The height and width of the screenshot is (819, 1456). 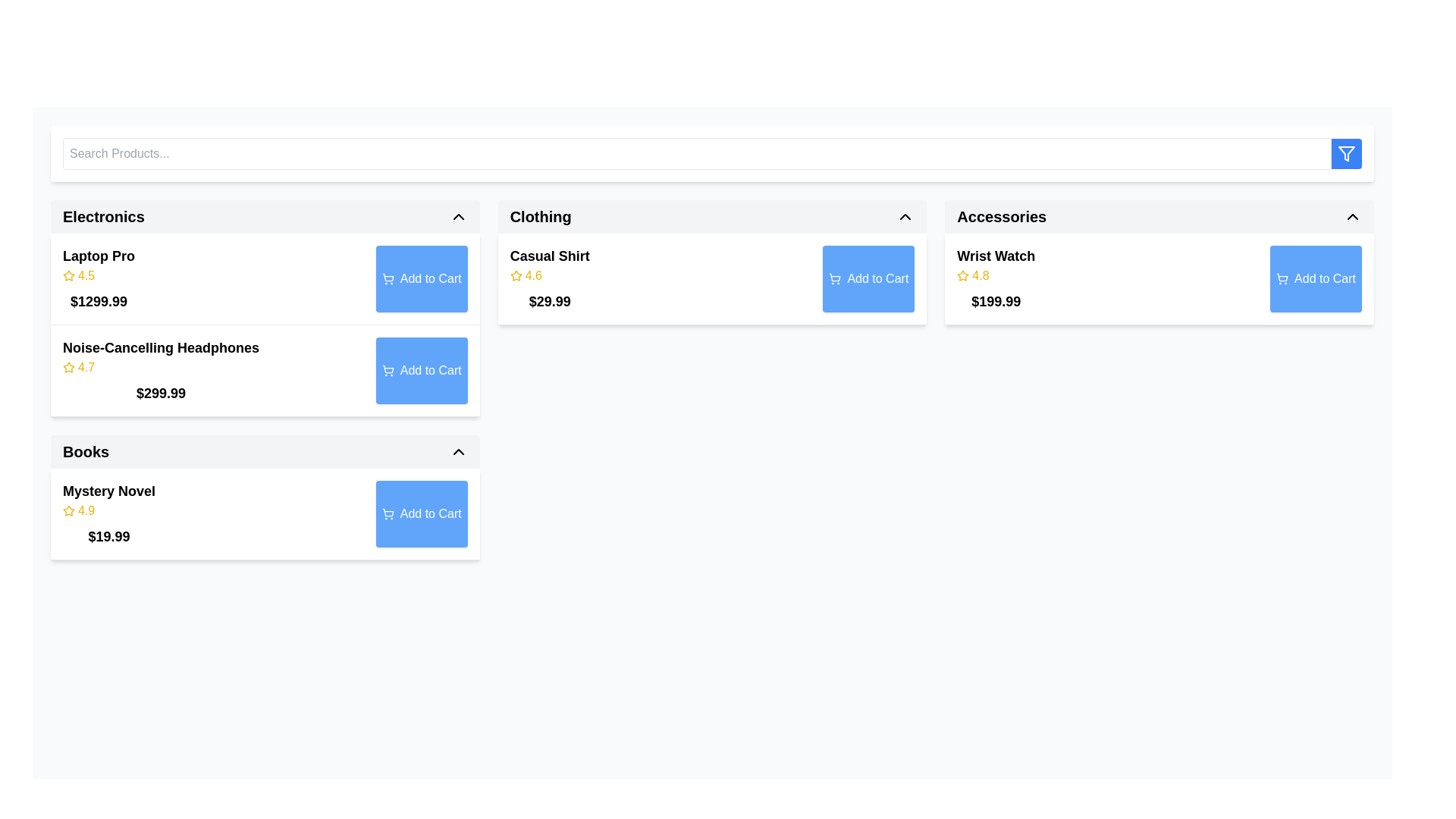 What do you see at coordinates (388, 369) in the screenshot?
I see `the shopping cart icon within the 'Add to Cart' button located on the right side of the product card for 'Noise-Cancelling Headphones'` at bounding box center [388, 369].